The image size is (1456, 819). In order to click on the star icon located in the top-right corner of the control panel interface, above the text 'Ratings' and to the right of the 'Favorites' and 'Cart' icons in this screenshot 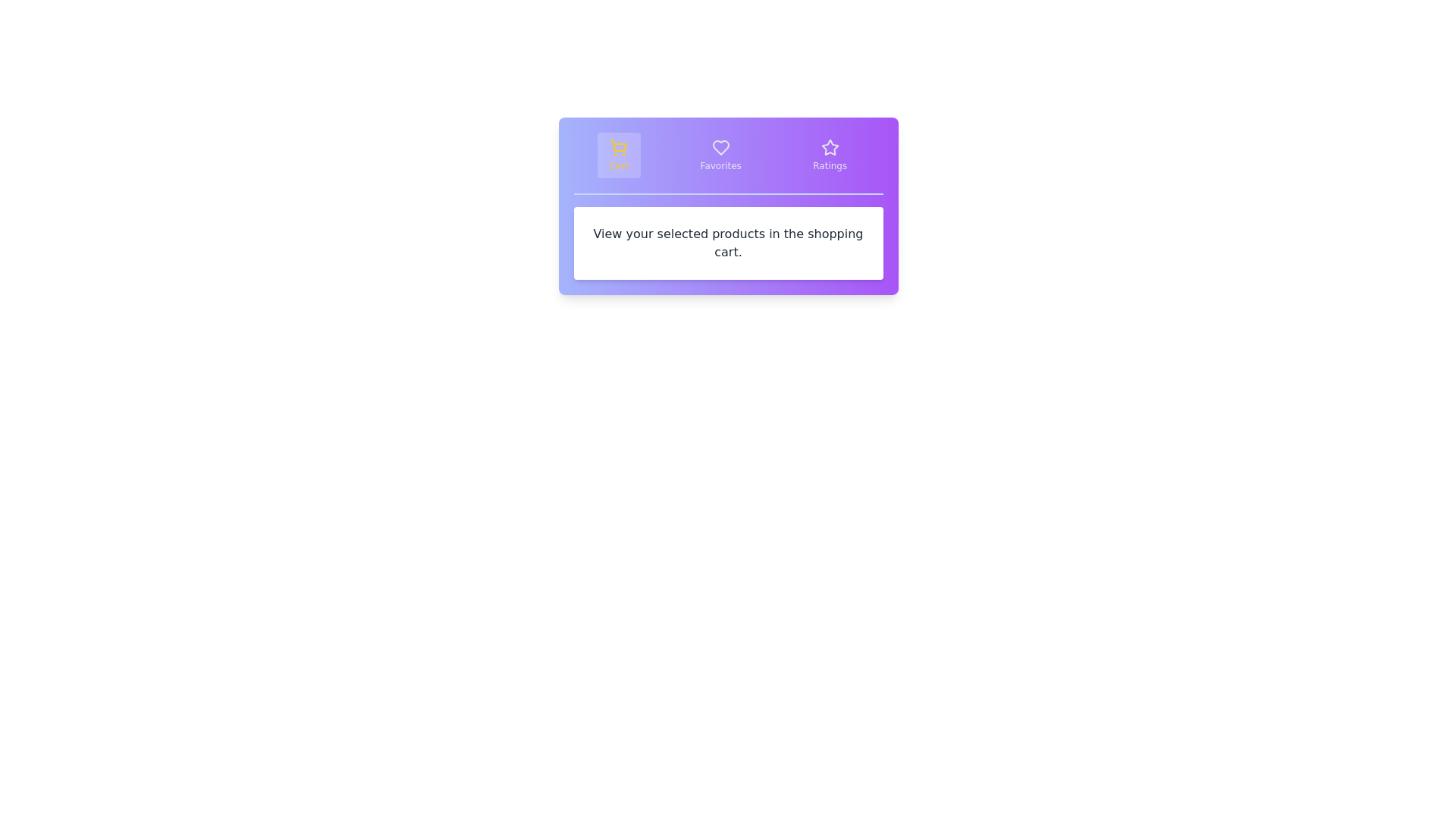, I will do `click(829, 148)`.